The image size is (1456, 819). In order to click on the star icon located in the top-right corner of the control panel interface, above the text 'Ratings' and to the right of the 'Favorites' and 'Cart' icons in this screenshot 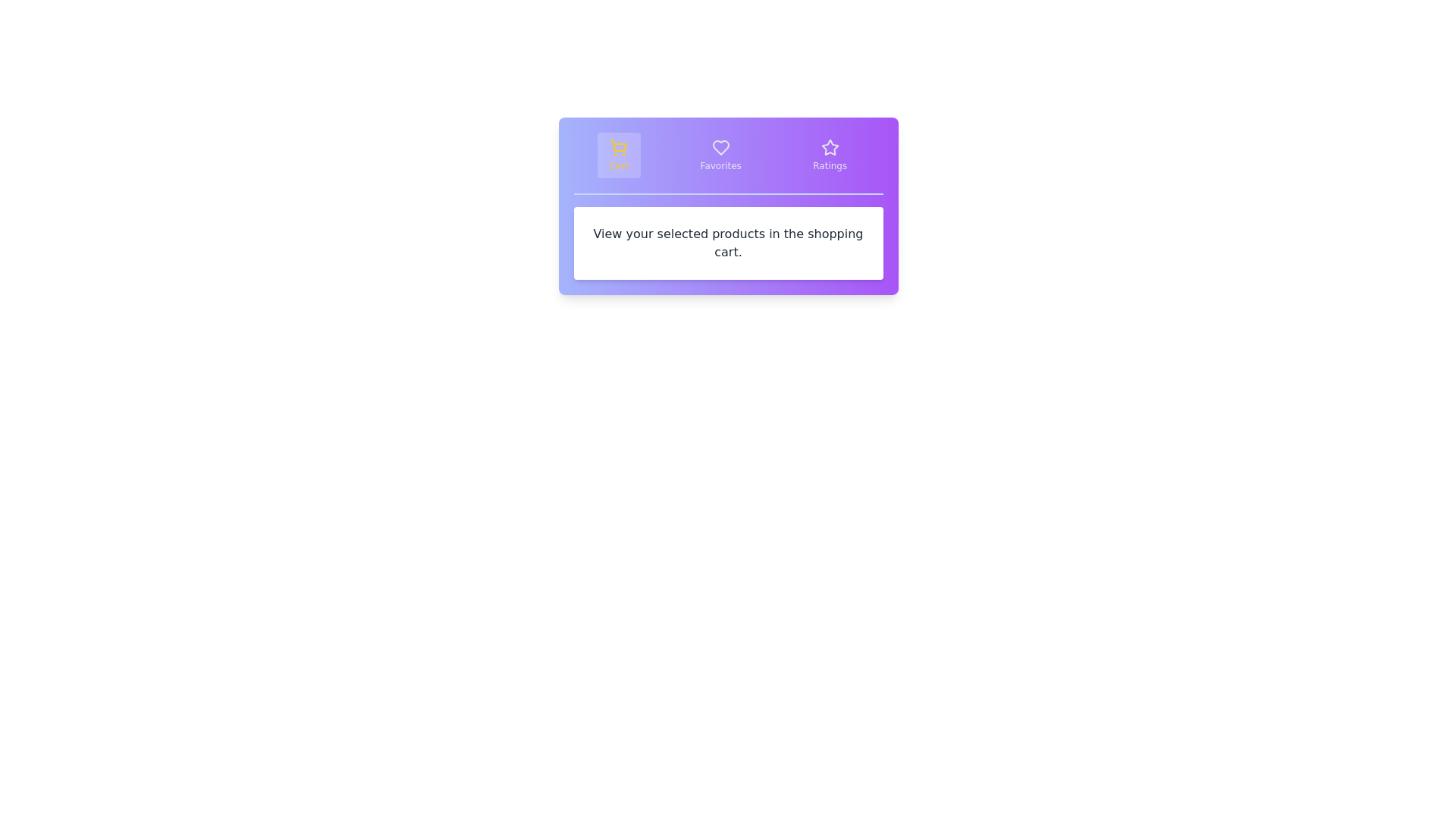, I will do `click(829, 148)`.